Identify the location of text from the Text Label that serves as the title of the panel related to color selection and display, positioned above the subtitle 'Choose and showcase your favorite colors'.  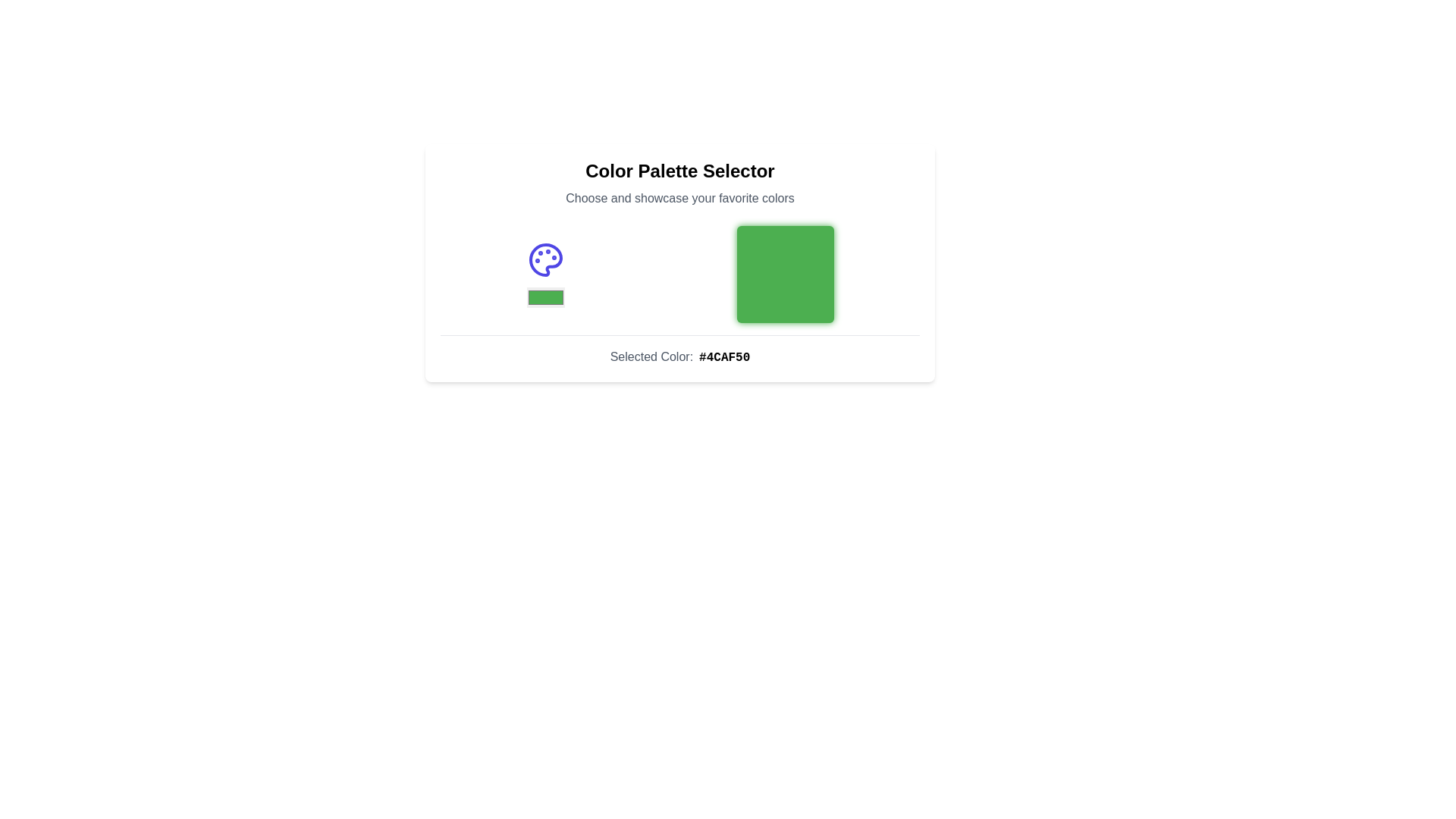
(679, 171).